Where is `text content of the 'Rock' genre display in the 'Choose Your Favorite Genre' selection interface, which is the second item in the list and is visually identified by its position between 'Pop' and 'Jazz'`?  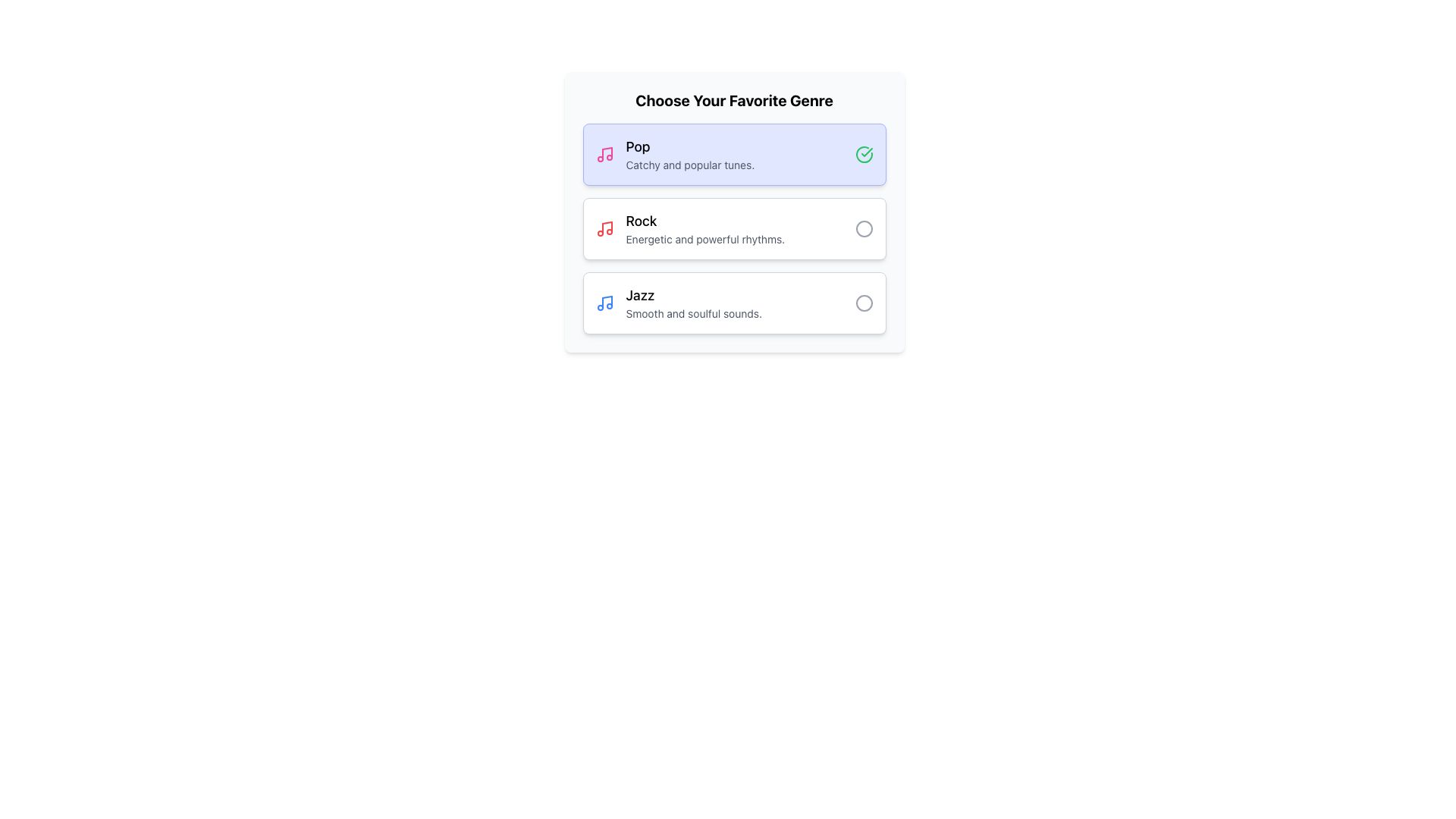 text content of the 'Rock' genre display in the 'Choose Your Favorite Genre' selection interface, which is the second item in the list and is visually identified by its position between 'Pop' and 'Jazz' is located at coordinates (740, 228).